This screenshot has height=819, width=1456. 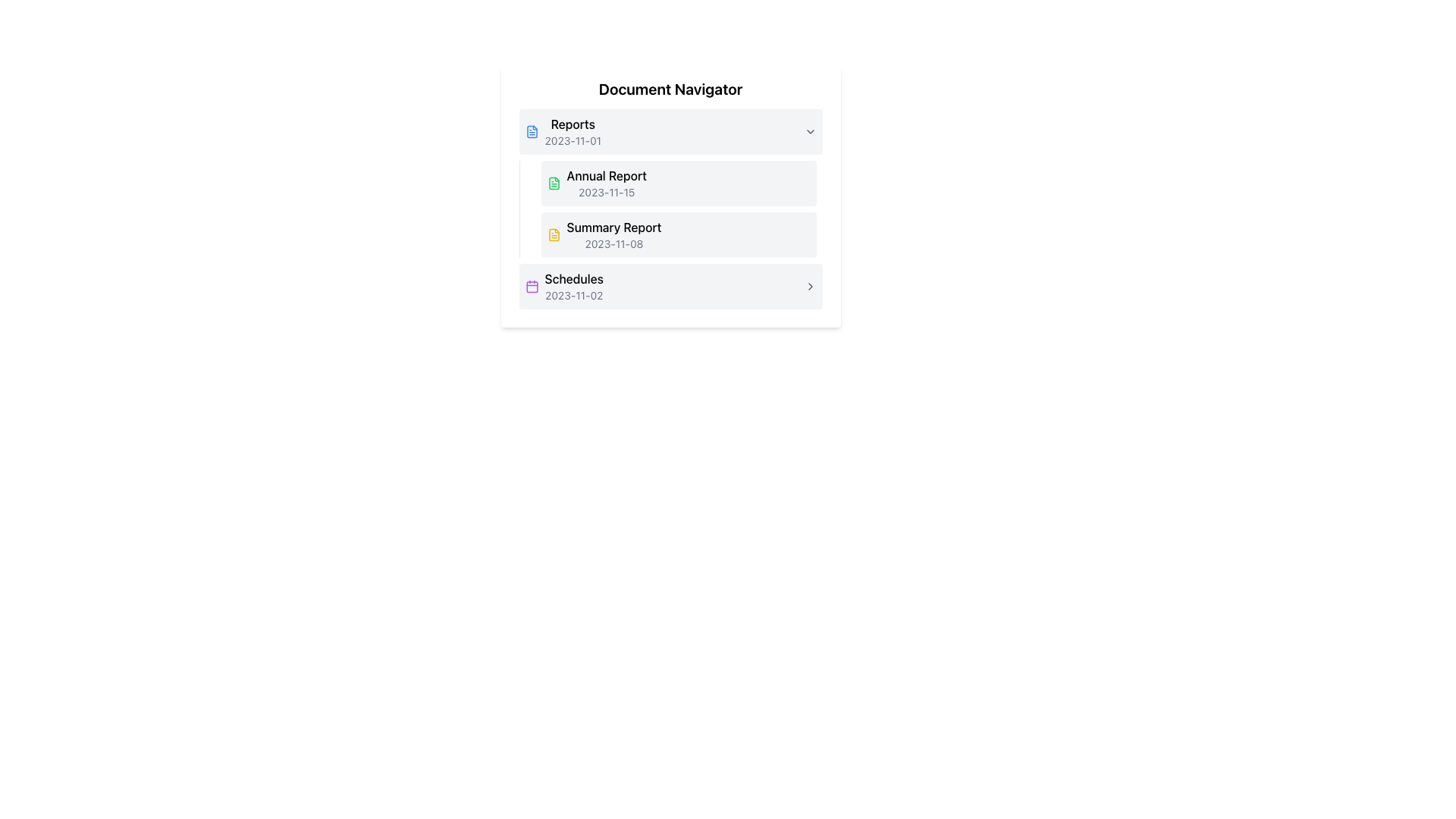 I want to click on the 'Reports' label in the 'Document Navigator' interface, so click(x=572, y=124).